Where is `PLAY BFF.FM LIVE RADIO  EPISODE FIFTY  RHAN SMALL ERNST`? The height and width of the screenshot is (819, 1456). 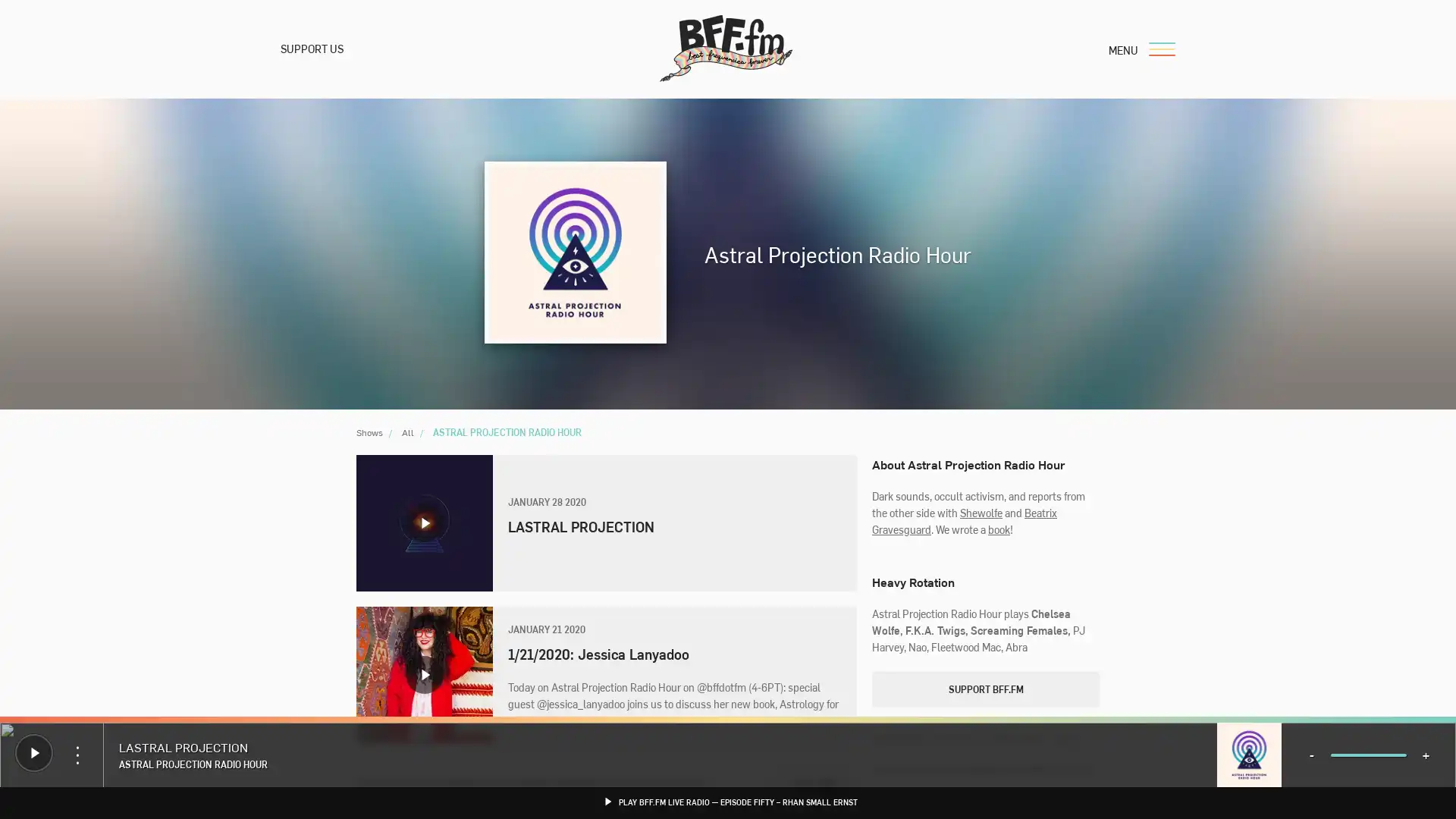
PLAY BFF.FM LIVE RADIO  EPISODE FIFTY  RHAN SMALL ERNST is located at coordinates (728, 800).